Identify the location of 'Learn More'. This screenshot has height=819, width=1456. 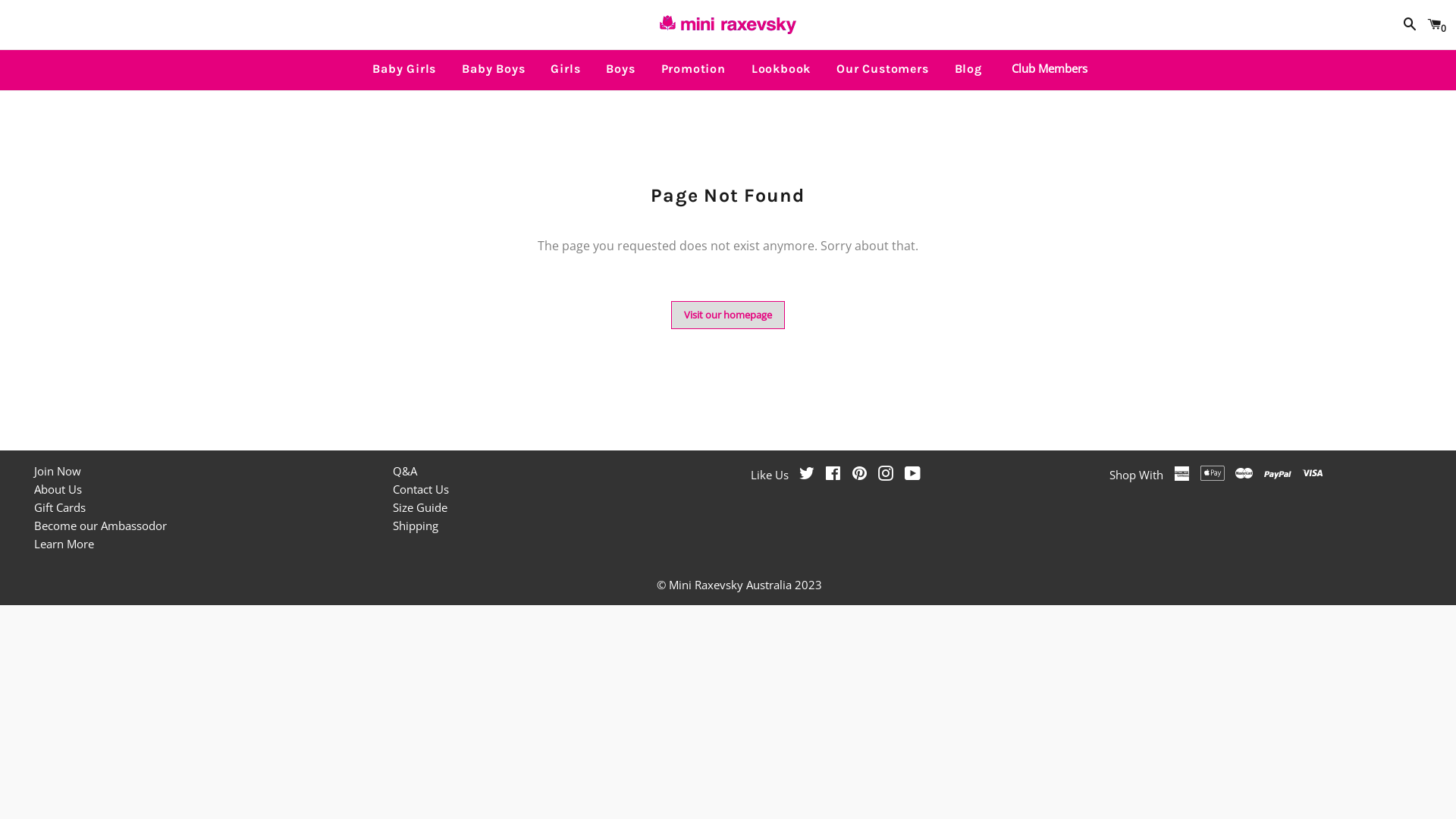
(63, 543).